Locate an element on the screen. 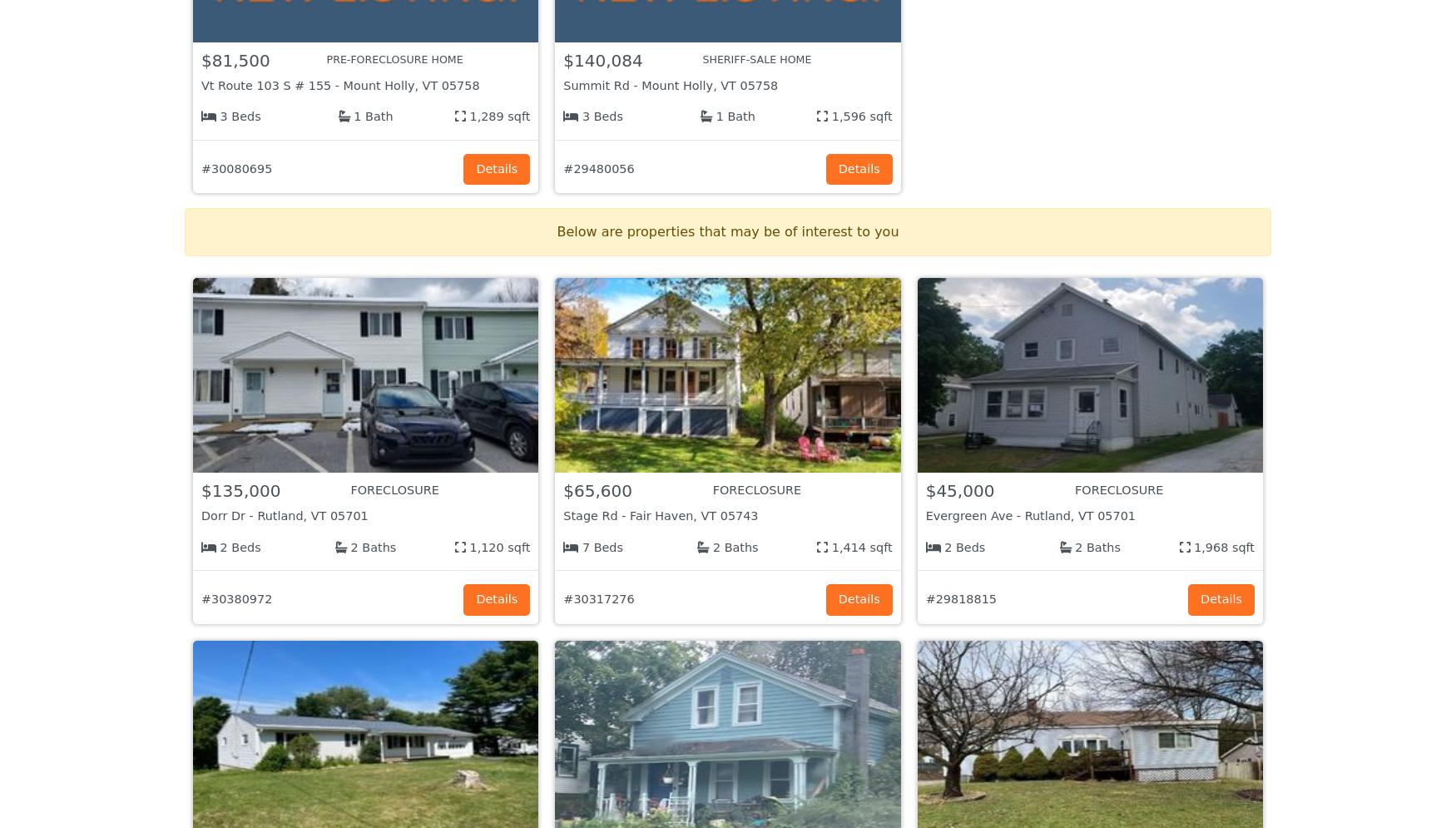  'Mobile Version' is located at coordinates (889, 651).